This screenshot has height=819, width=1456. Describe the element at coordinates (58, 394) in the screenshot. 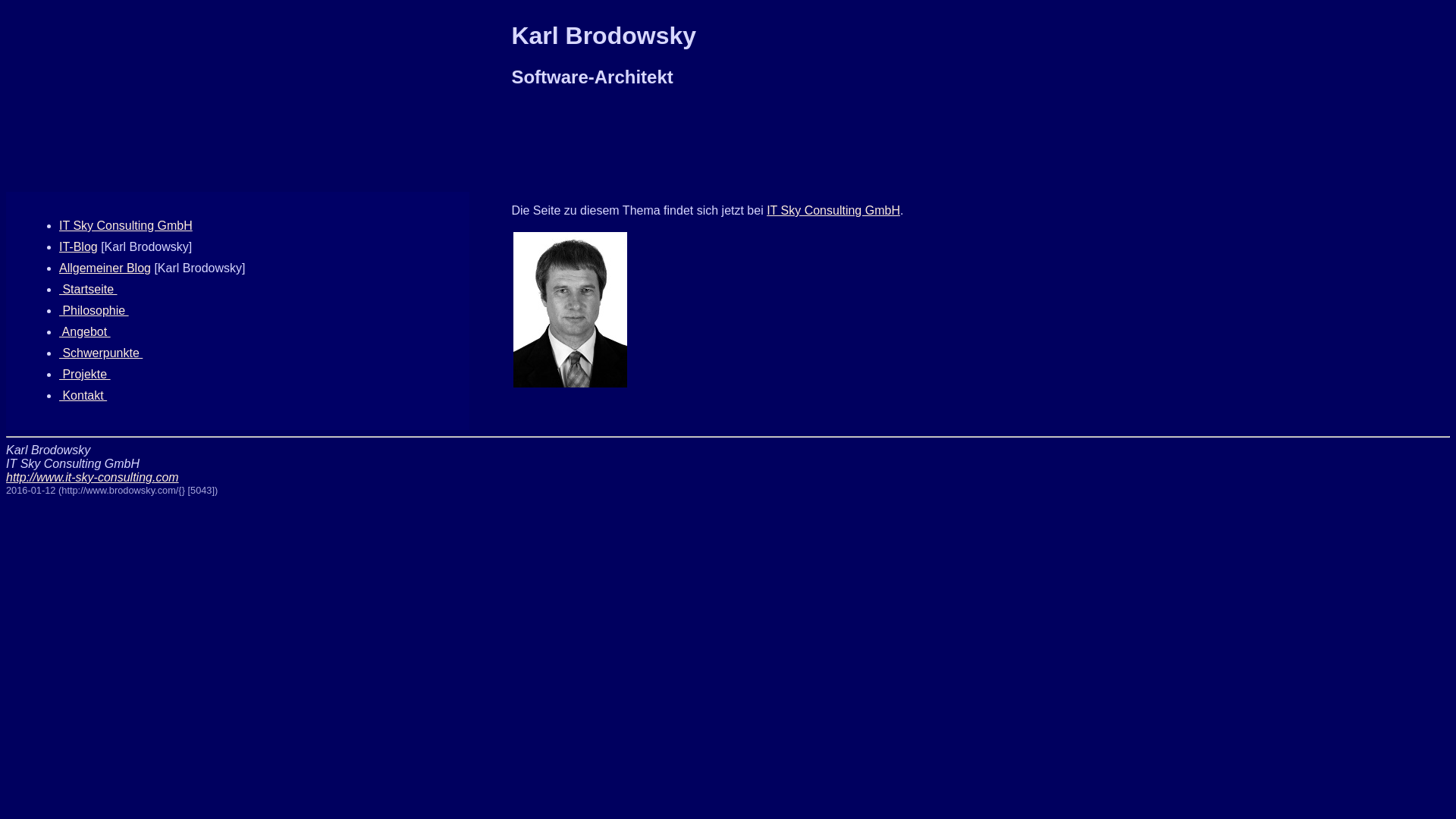

I see `' Kontakt '` at that location.